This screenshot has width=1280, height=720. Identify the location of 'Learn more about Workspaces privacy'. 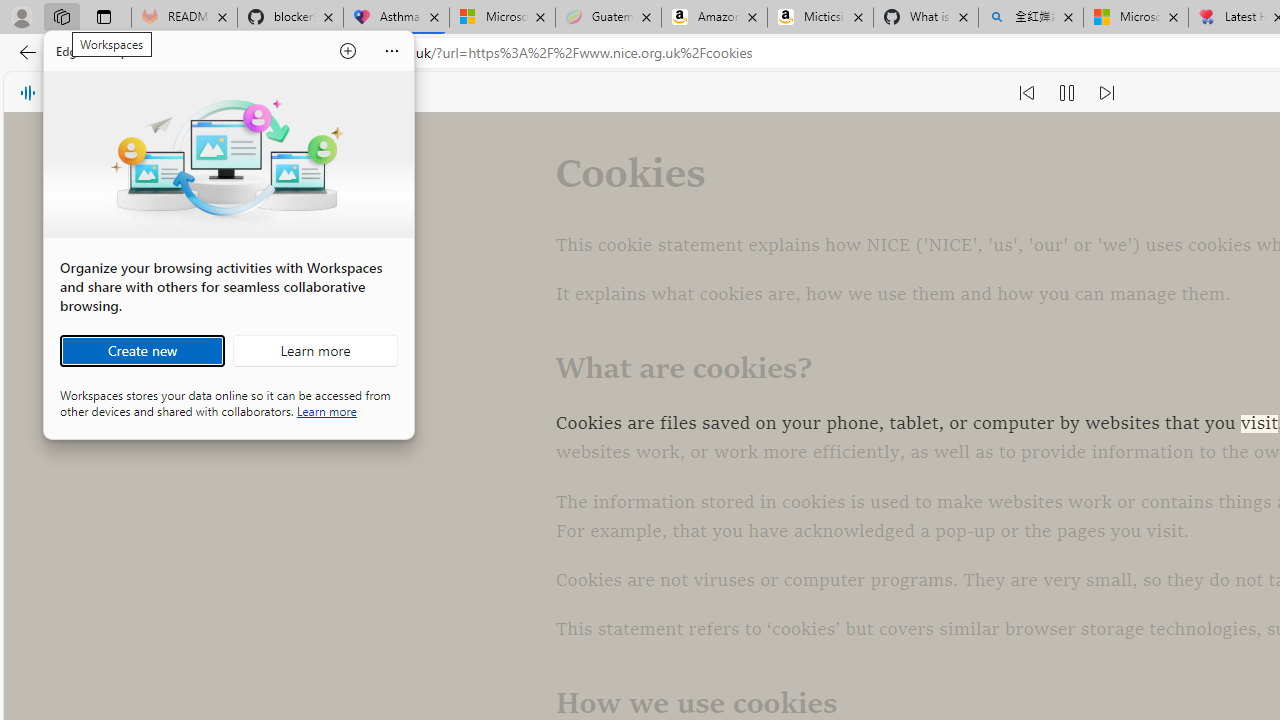
(326, 409).